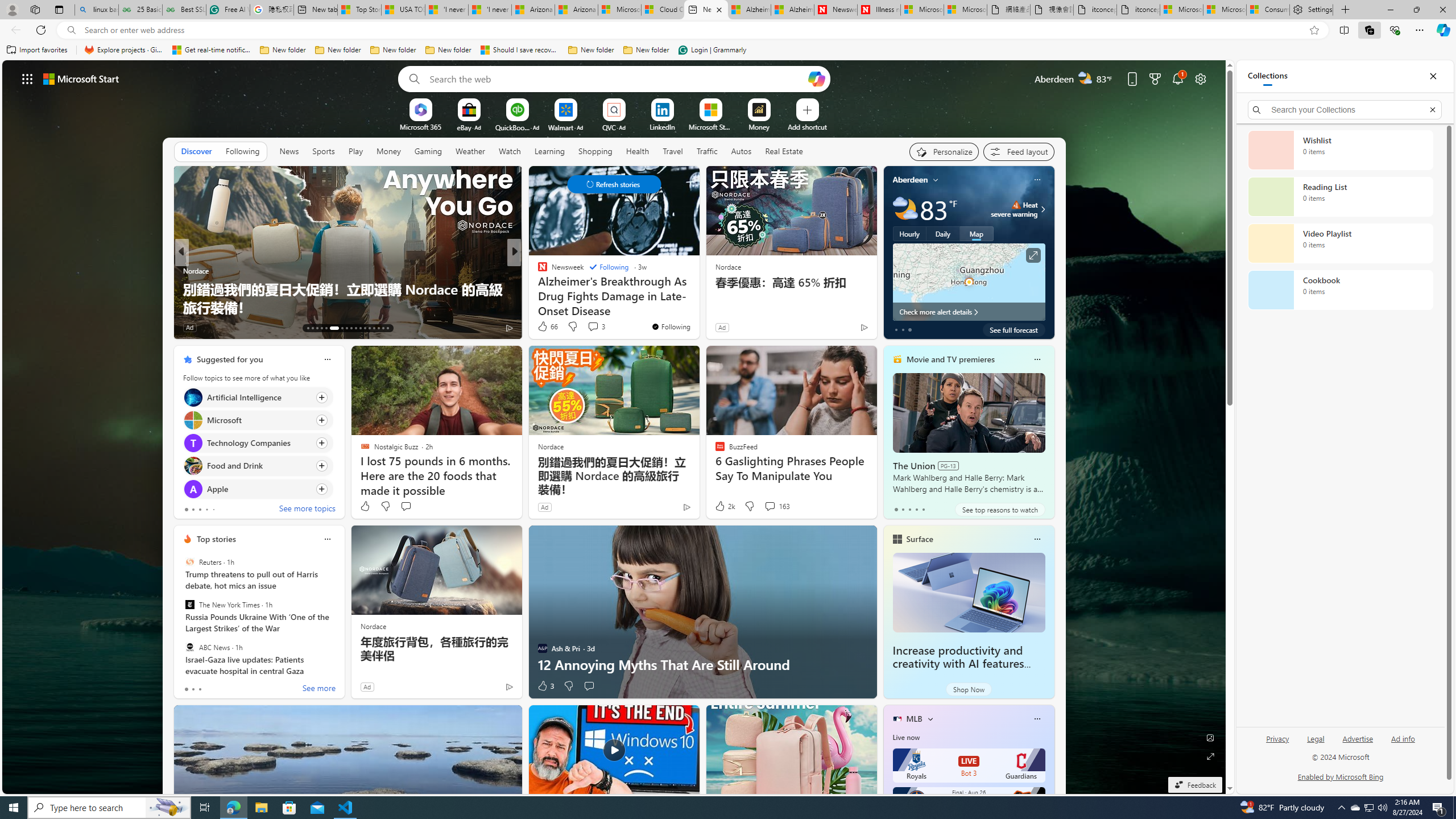 The width and height of the screenshot is (1456, 819). I want to click on 'AutomationID: tab-22', so click(355, 328).